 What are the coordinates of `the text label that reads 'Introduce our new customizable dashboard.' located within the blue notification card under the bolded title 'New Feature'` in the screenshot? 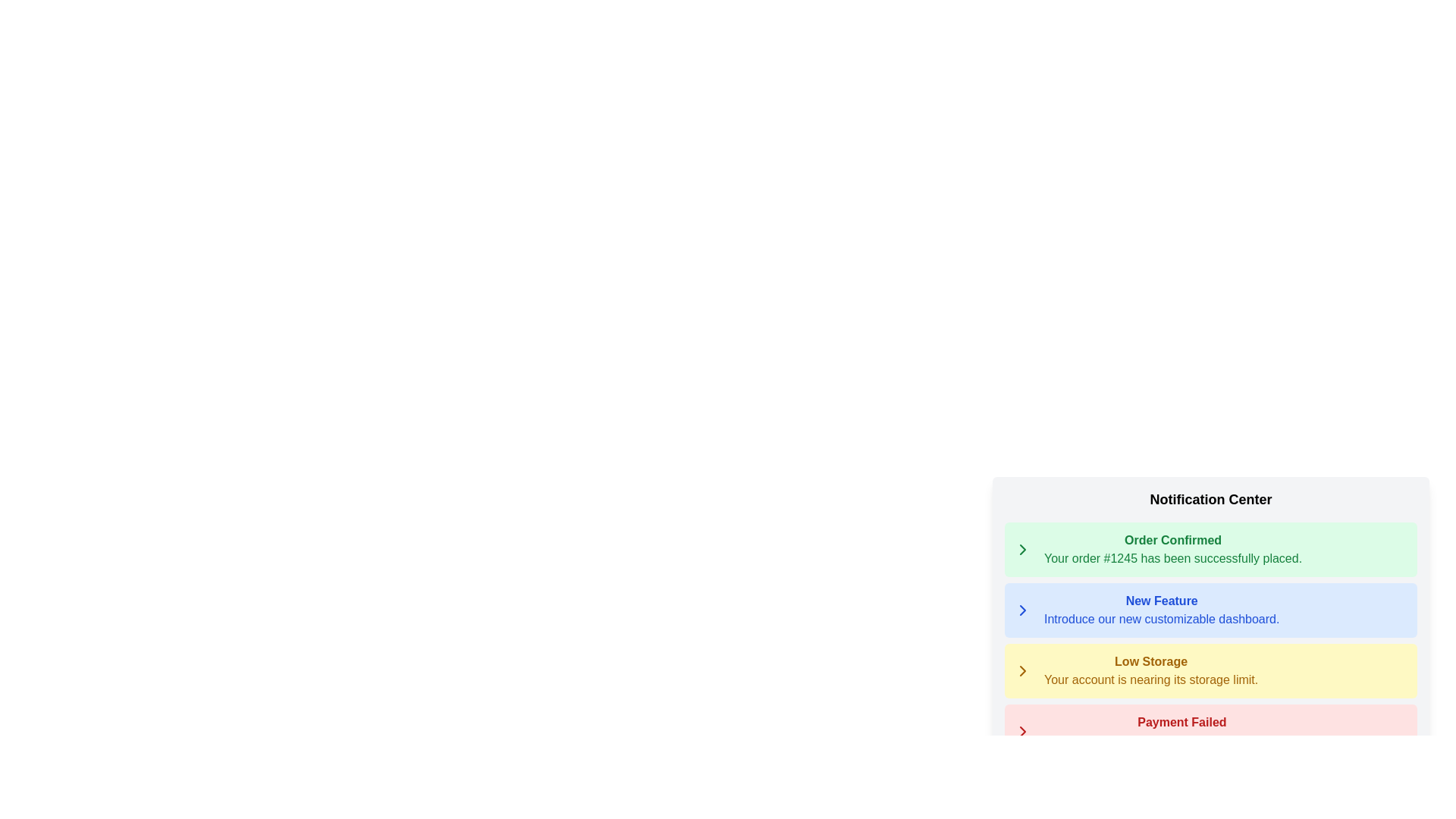 It's located at (1161, 620).